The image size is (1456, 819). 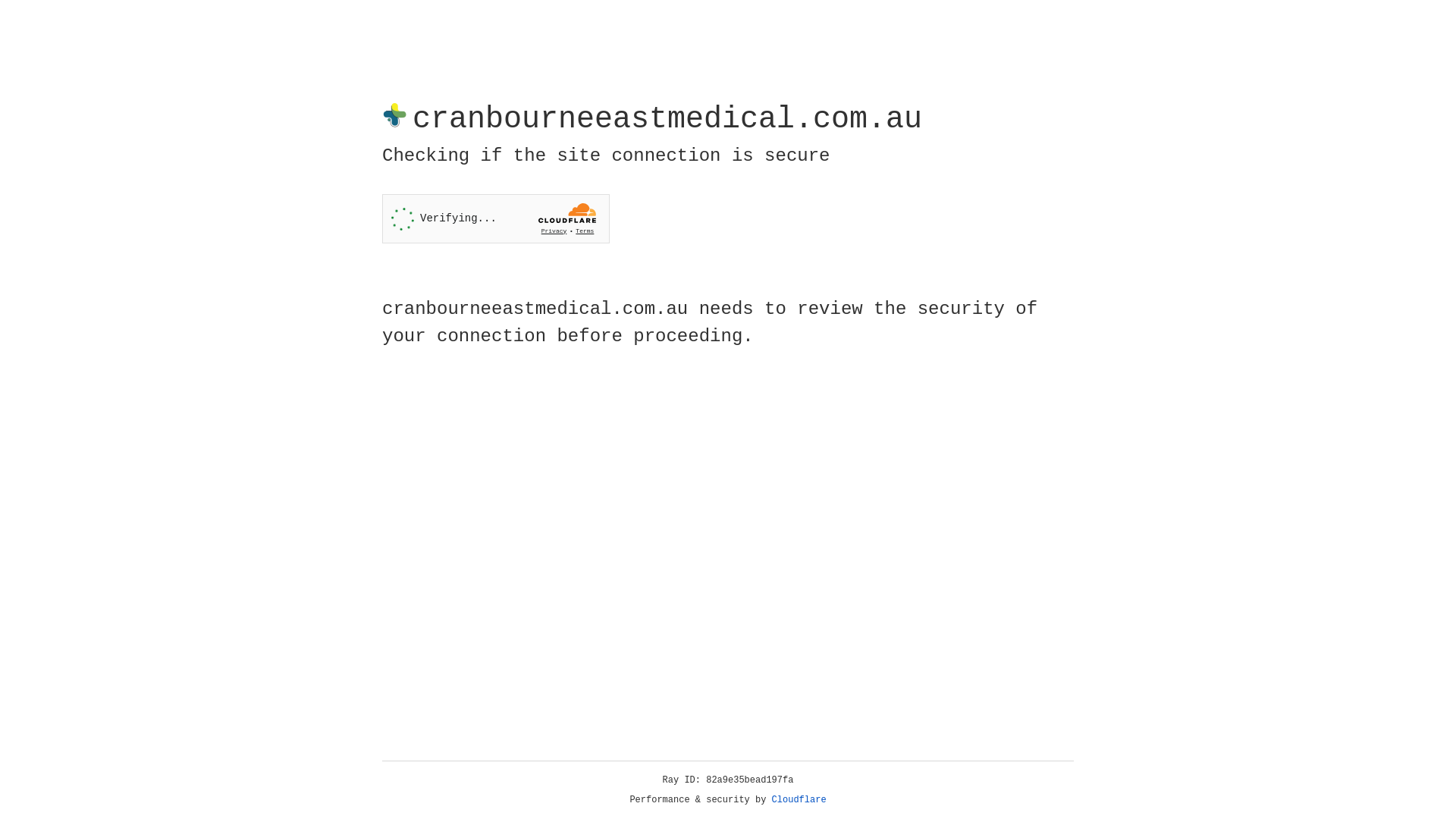 I want to click on 'Cloudflare', so click(x=799, y=799).